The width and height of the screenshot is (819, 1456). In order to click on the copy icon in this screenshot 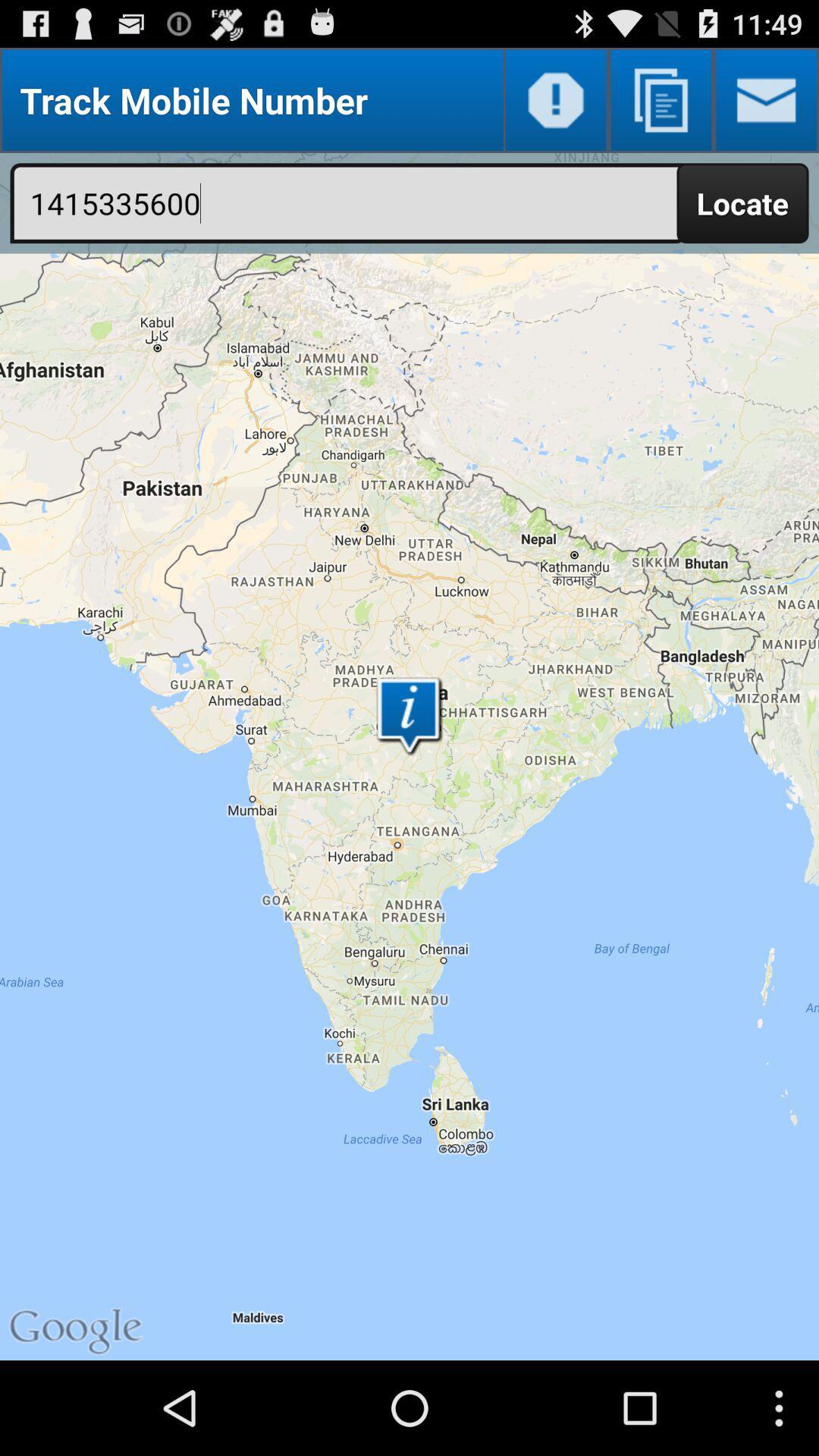, I will do `click(660, 106)`.